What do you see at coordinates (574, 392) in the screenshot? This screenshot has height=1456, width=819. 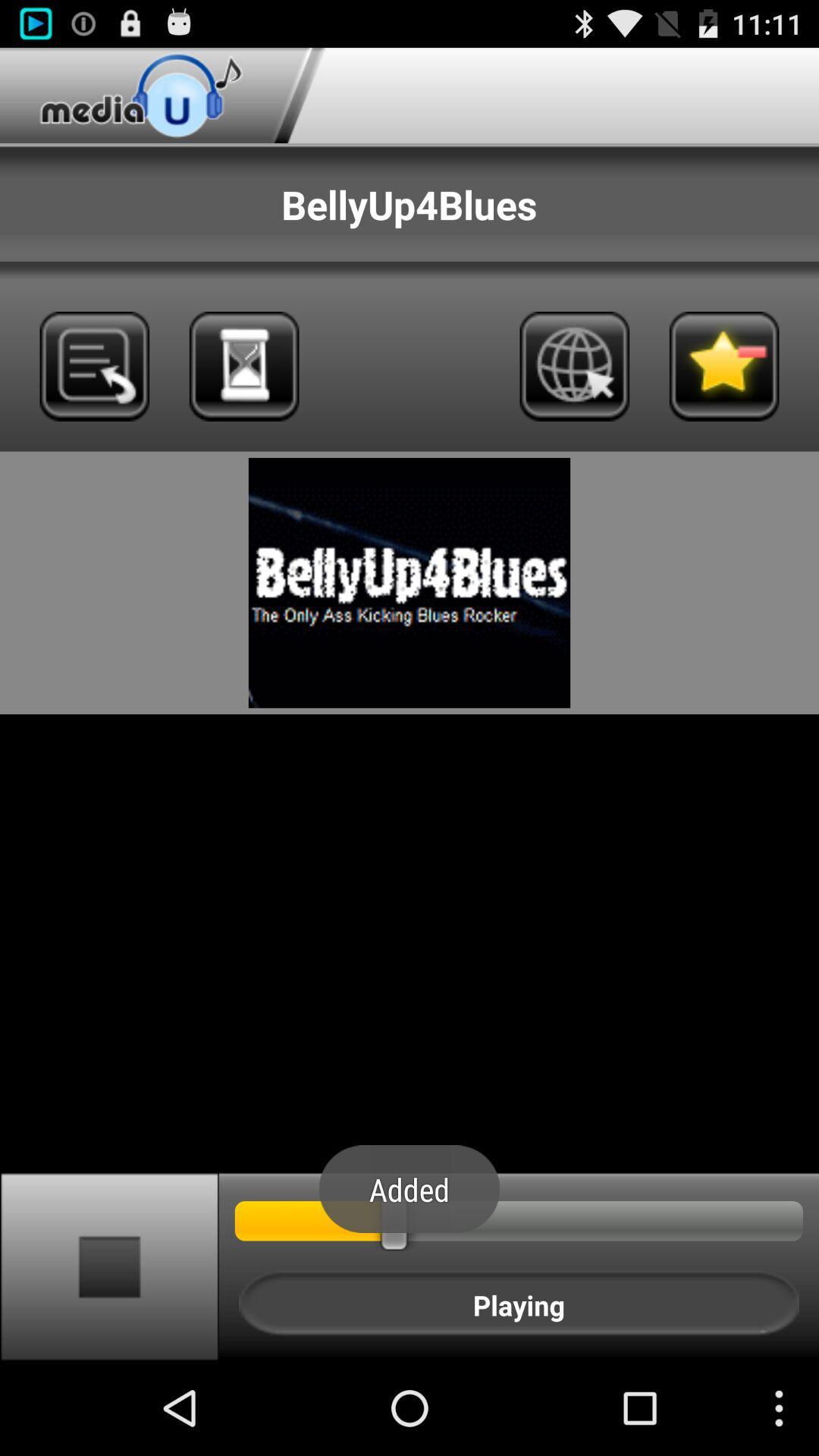 I see `the globe icon` at bounding box center [574, 392].